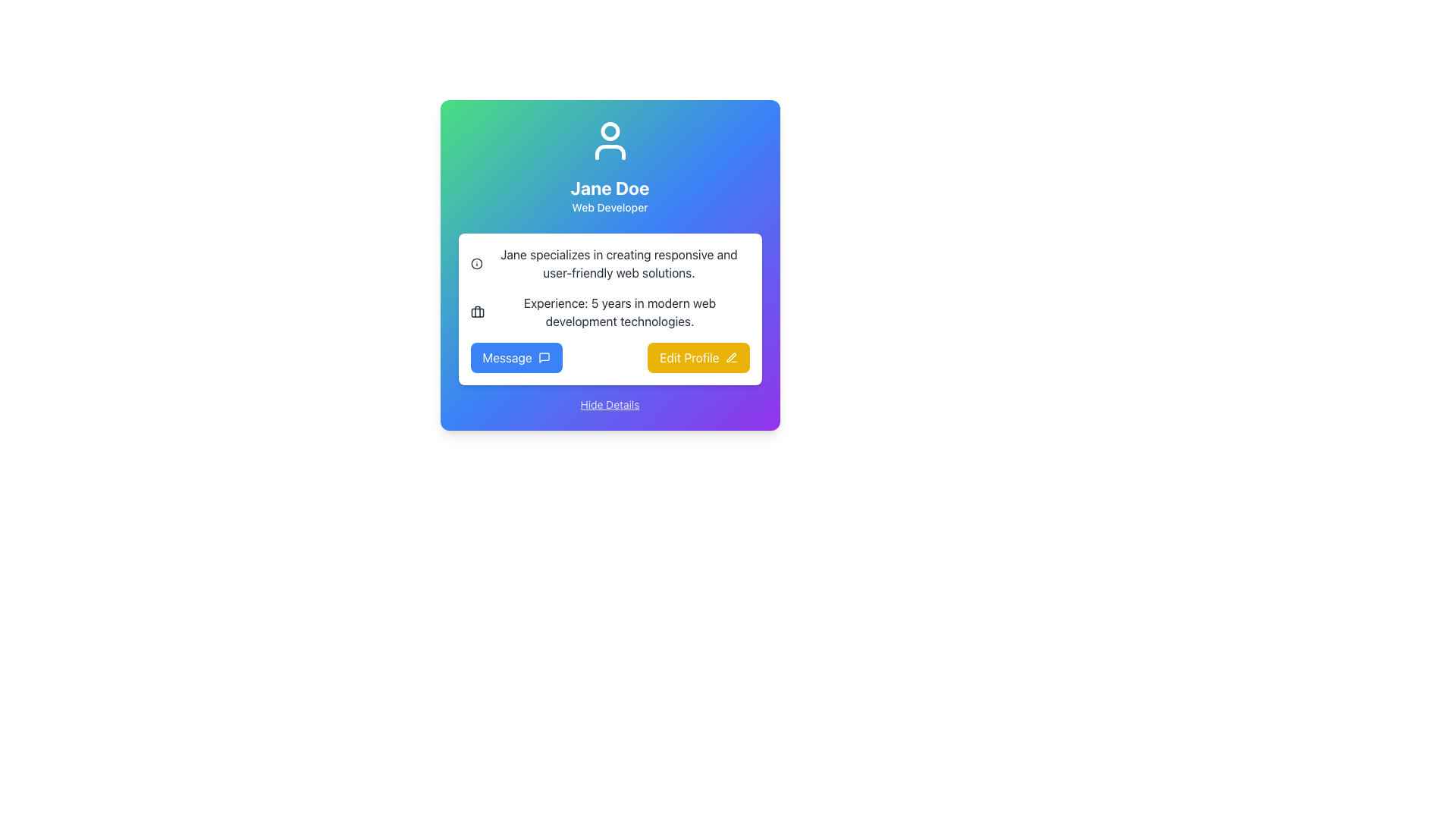 This screenshot has width=1456, height=819. I want to click on the blue SVG Circle Element representing a user profile image, located at the upper central region of the profile card layout, so click(610, 130).